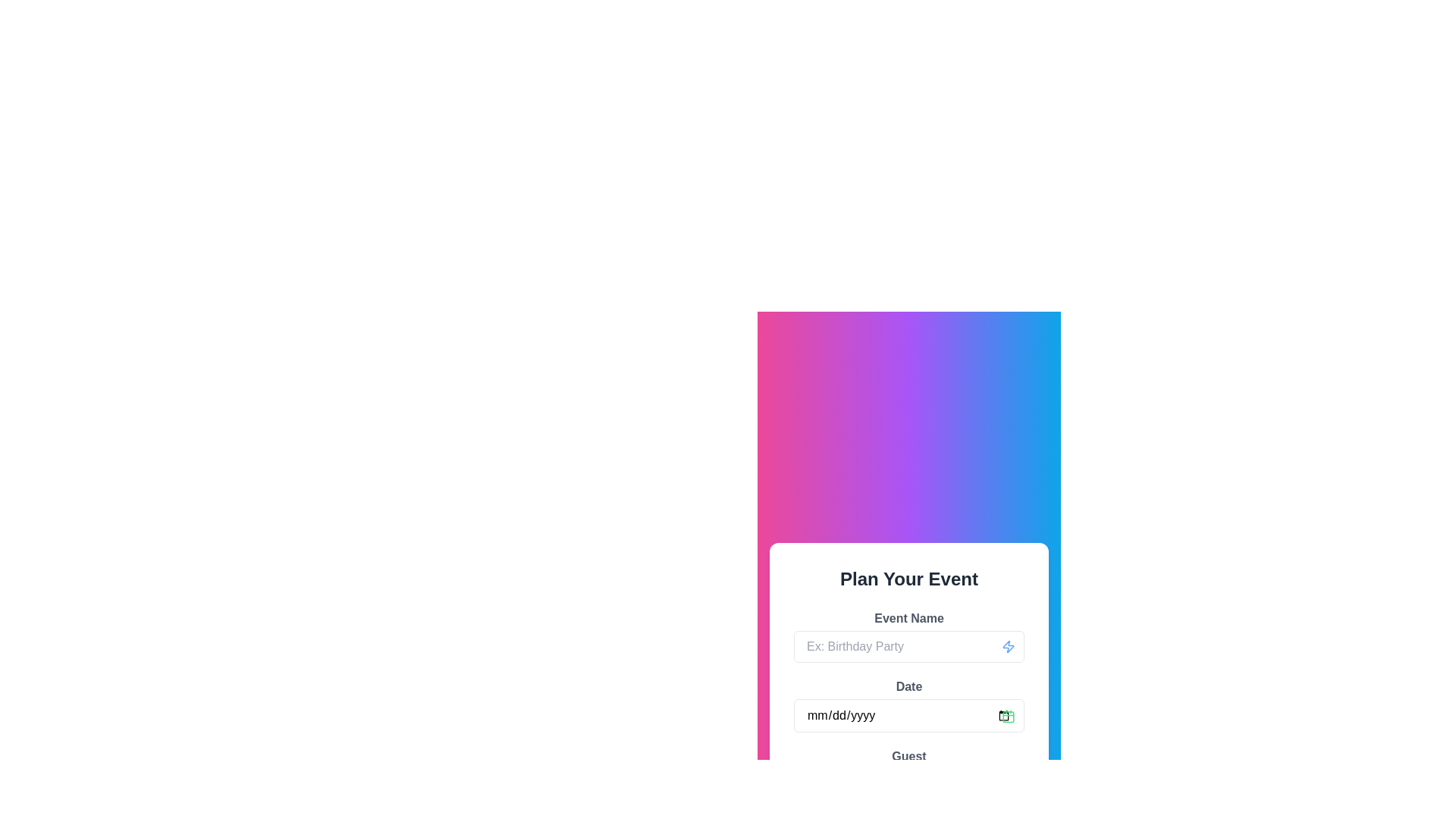 This screenshot has height=819, width=1456. What do you see at coordinates (909, 686) in the screenshot?
I see `the 'Date' text label which describes the date input field in the user form titled 'Plan Your Event'` at bounding box center [909, 686].